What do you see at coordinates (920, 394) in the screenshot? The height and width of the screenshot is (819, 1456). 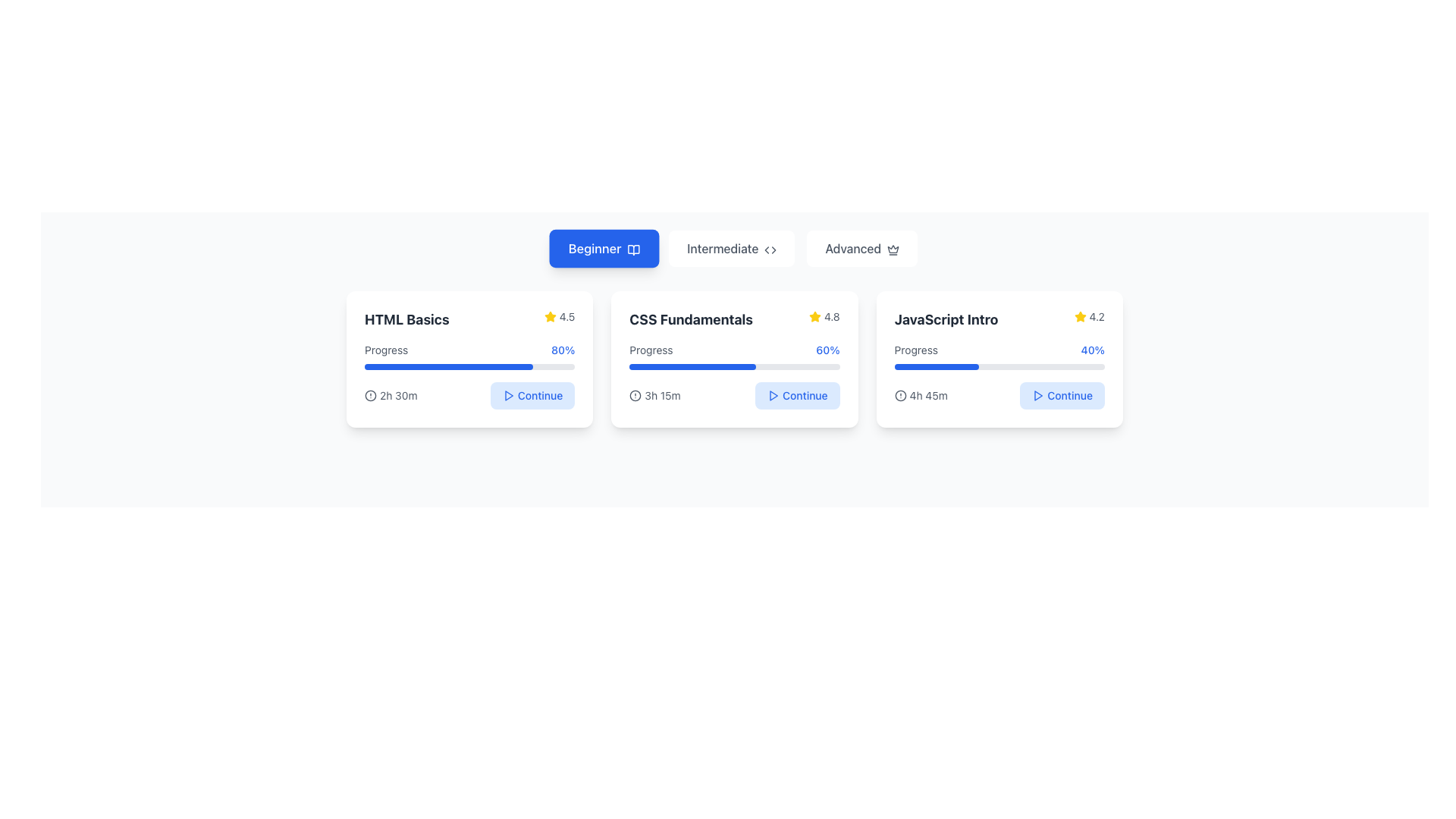 I see `displayed duration '4h 45m' from the text with an icon indicator located in the footer area of the 'JavaScript Intro' card` at bounding box center [920, 394].